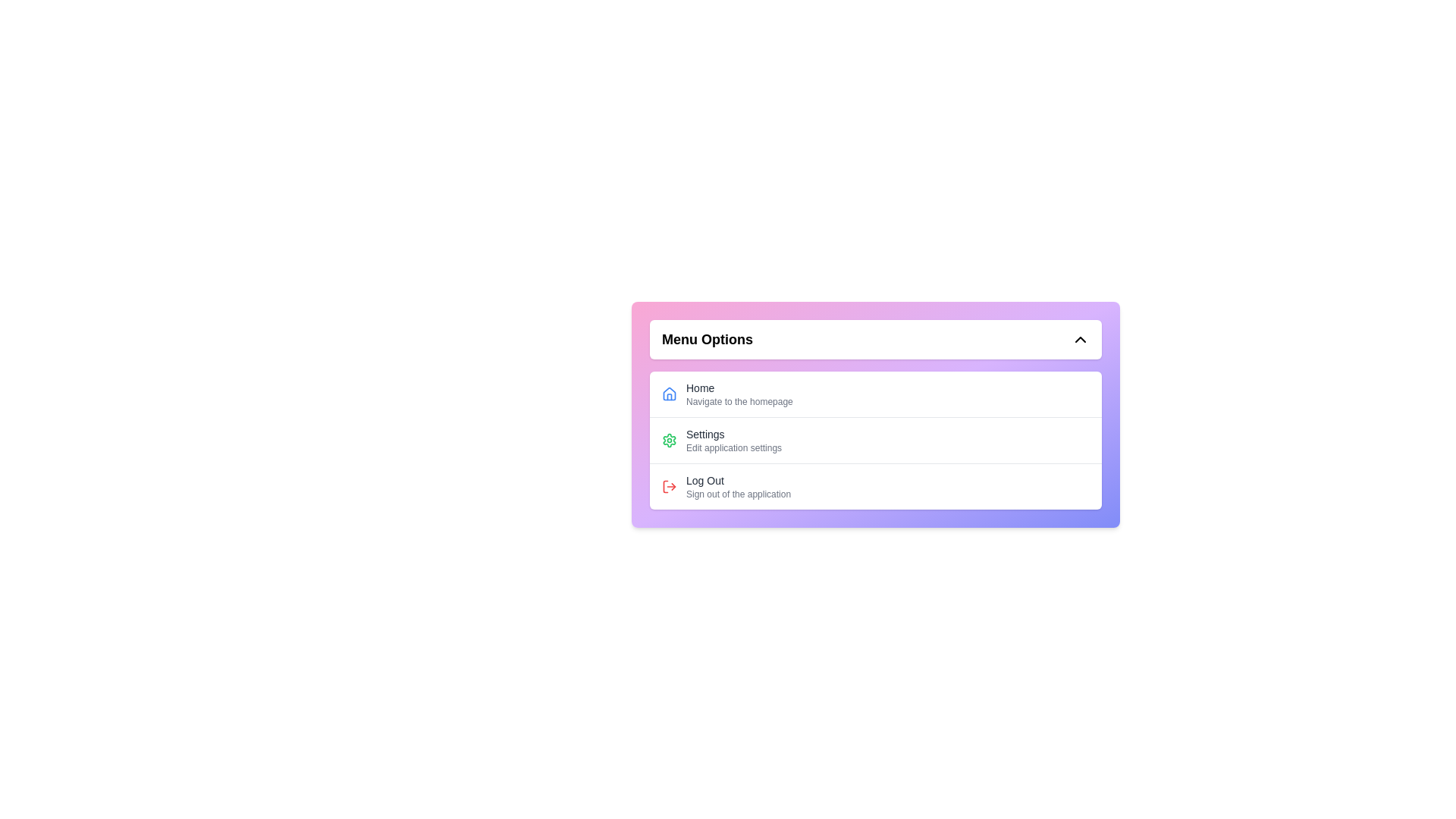 The image size is (1456, 819). Describe the element at coordinates (876, 486) in the screenshot. I see `the 'Log Out' menu item to sign out of the application` at that location.